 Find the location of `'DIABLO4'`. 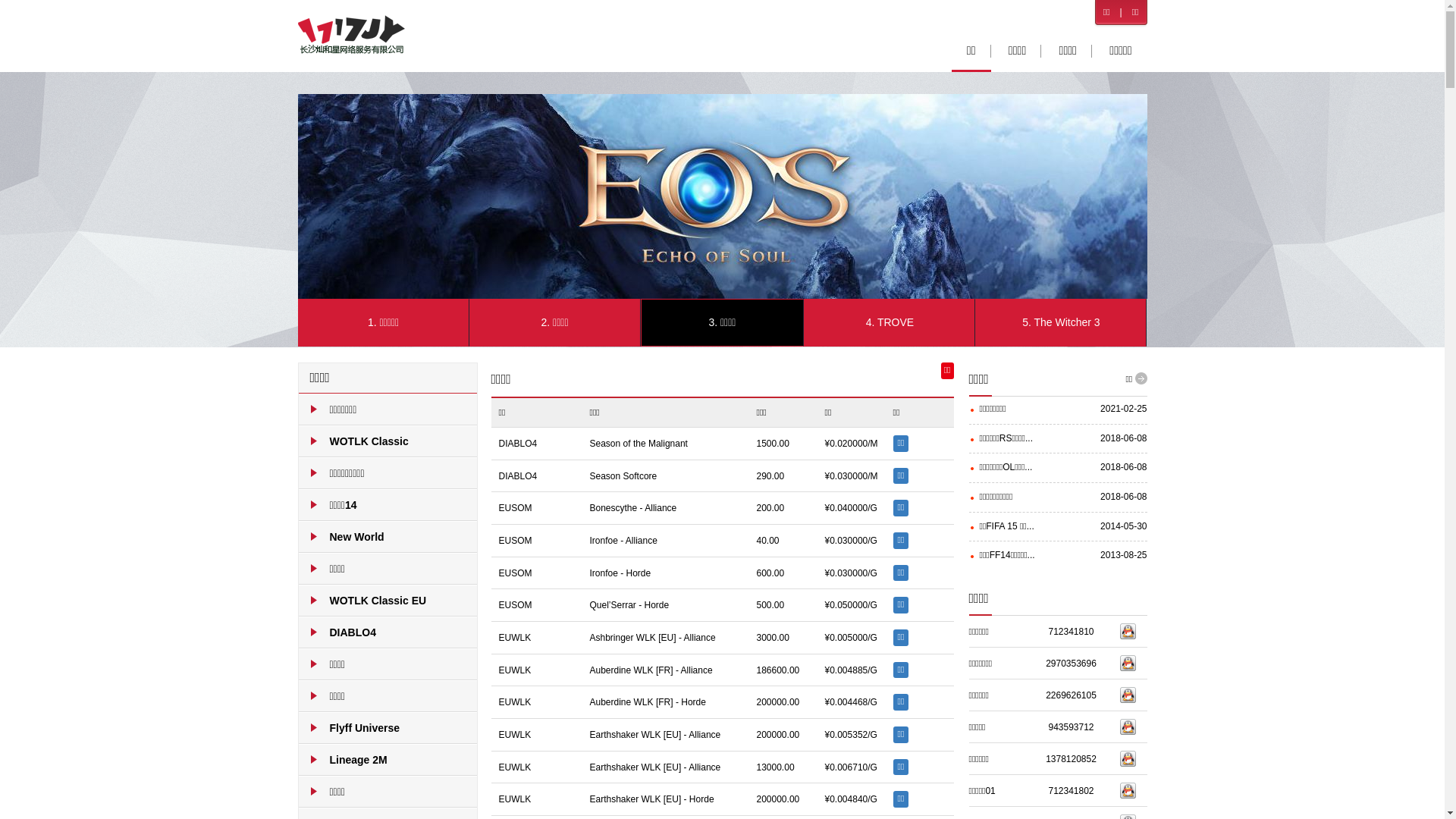

'DIABLO4' is located at coordinates (388, 632).